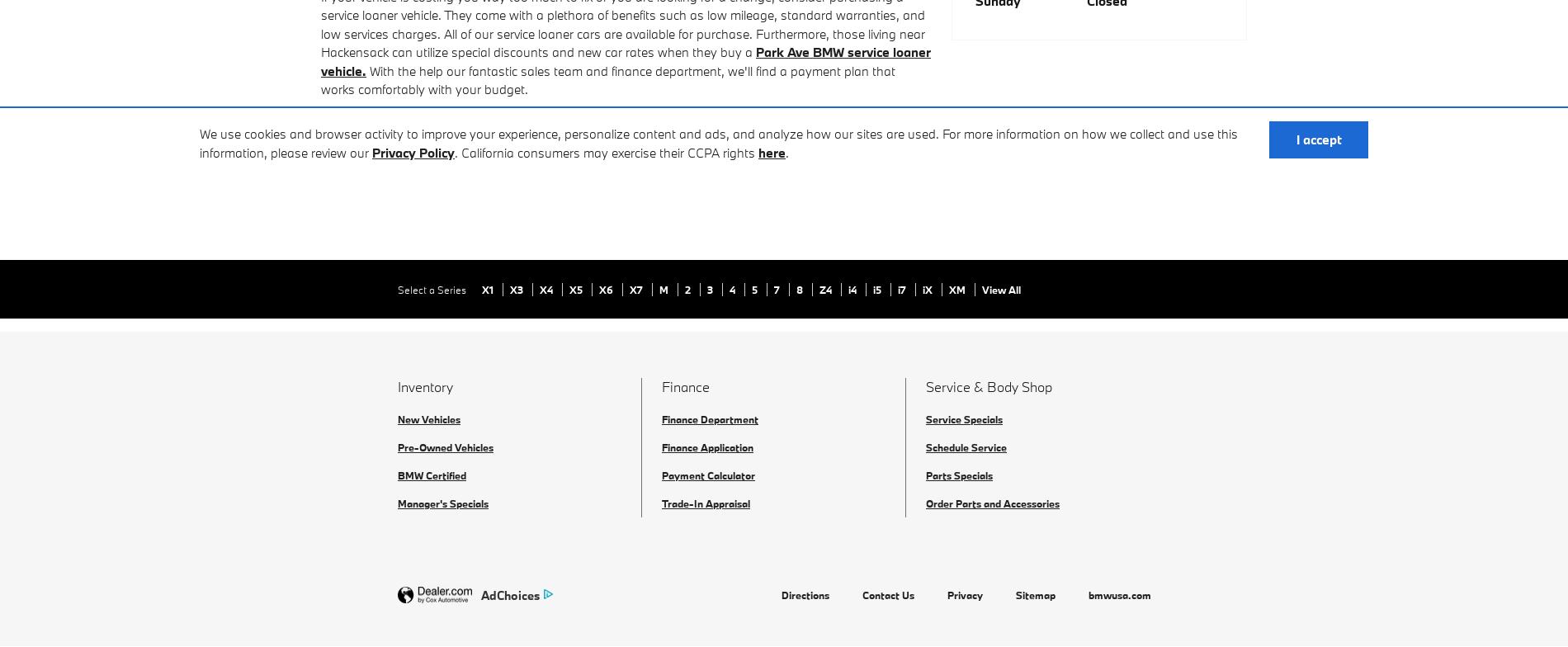 This screenshot has width=1568, height=647. I want to click on '8', so click(801, 289).